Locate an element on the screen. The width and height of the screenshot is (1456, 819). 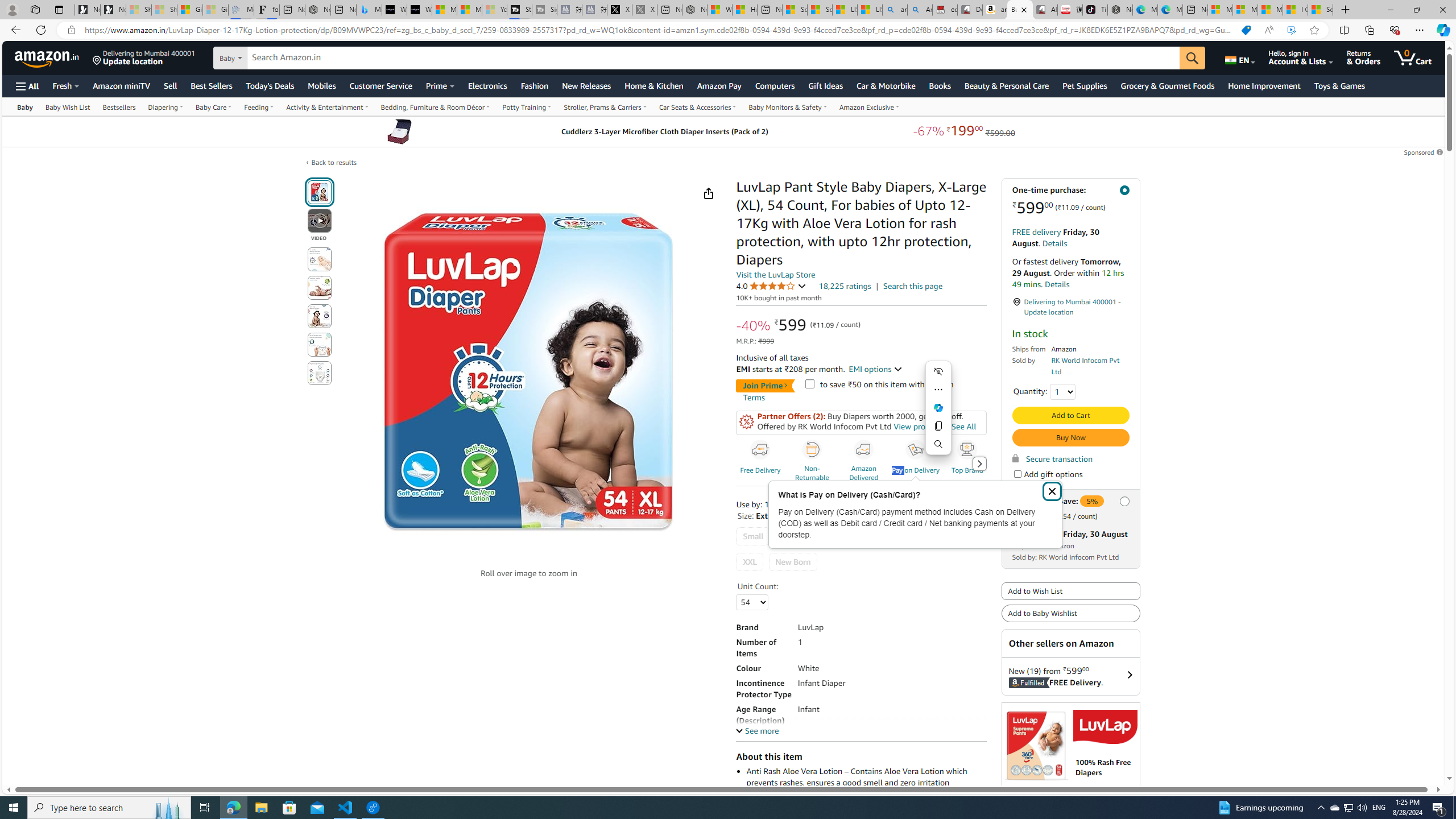
'Huge shark washes ashore at New York City beach | Watch' is located at coordinates (744, 9).